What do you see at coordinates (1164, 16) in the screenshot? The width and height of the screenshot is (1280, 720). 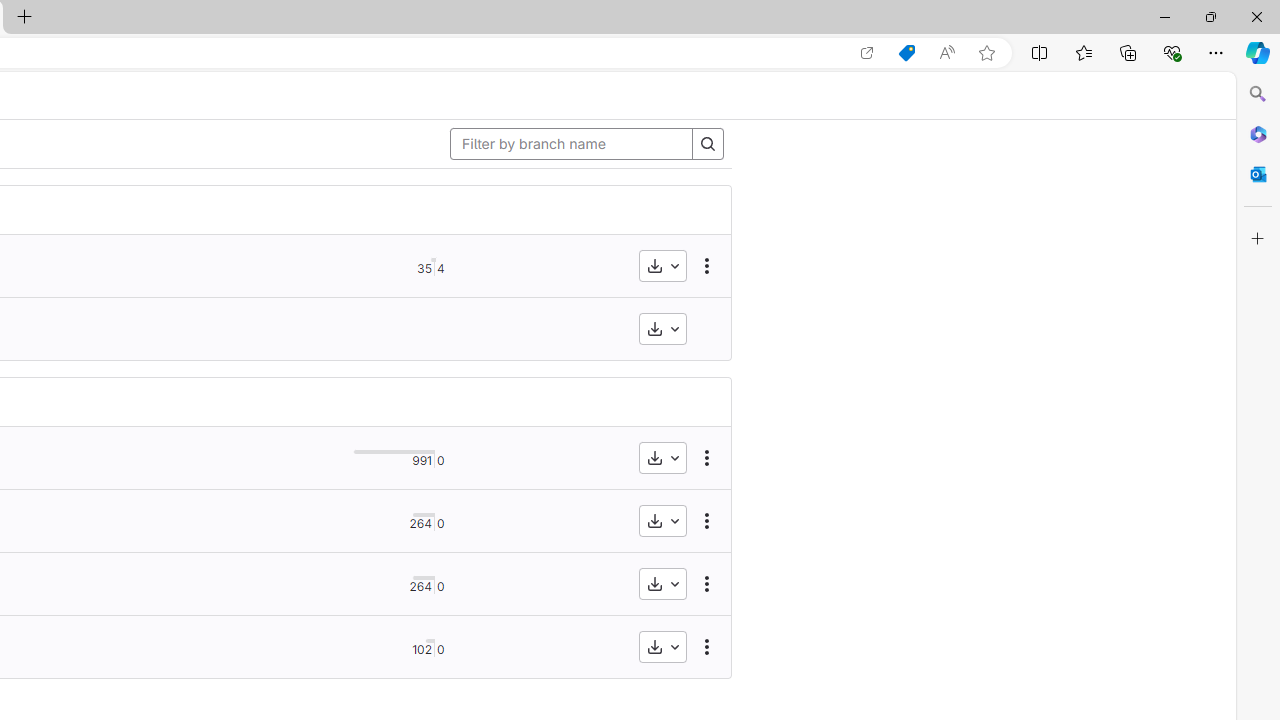 I see `'Minimize'` at bounding box center [1164, 16].